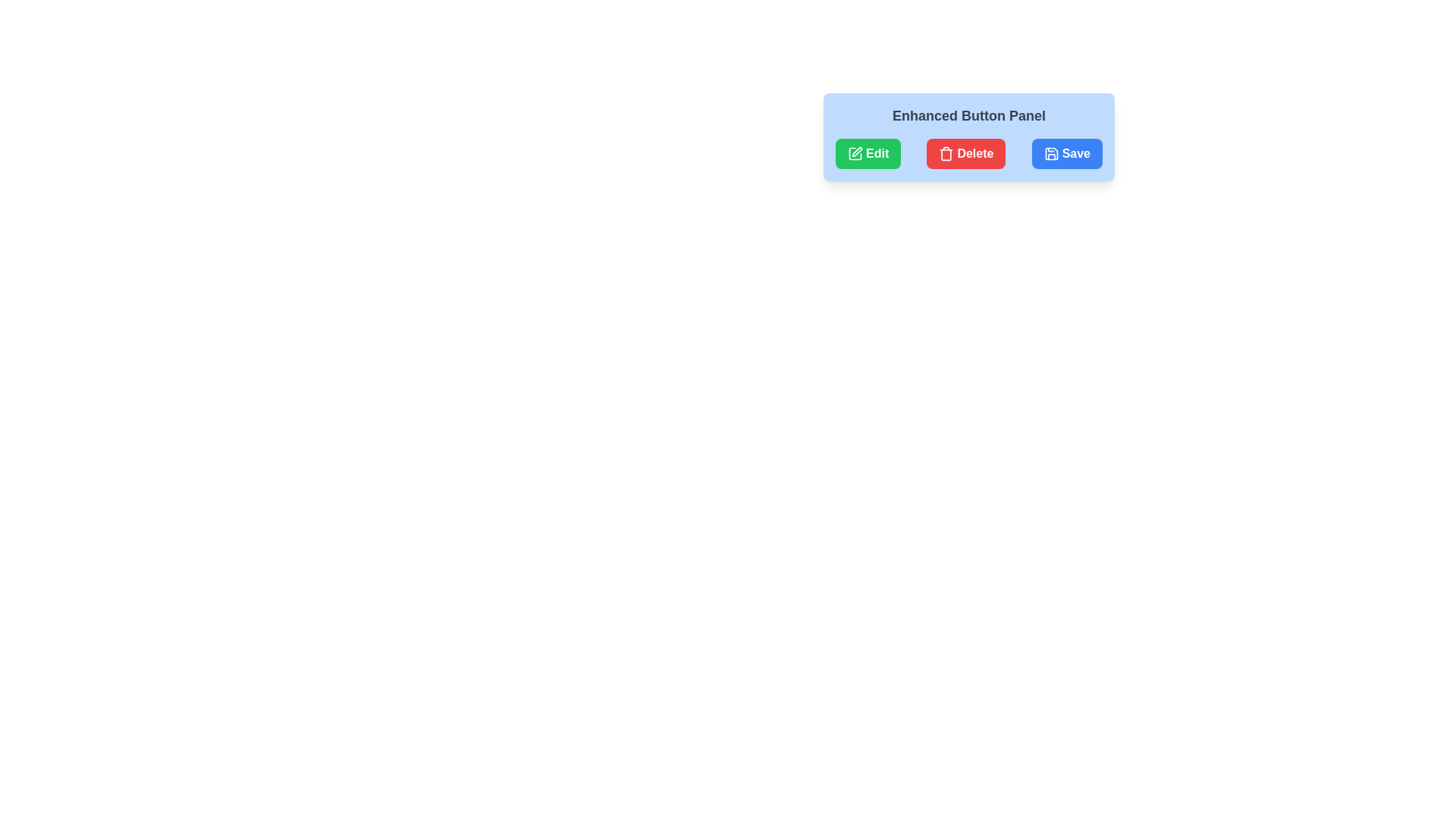 The width and height of the screenshot is (1456, 819). What do you see at coordinates (855, 154) in the screenshot?
I see `the pen icon within the green 'Edit' button, which is left-aligned with the text 'Edit'` at bounding box center [855, 154].